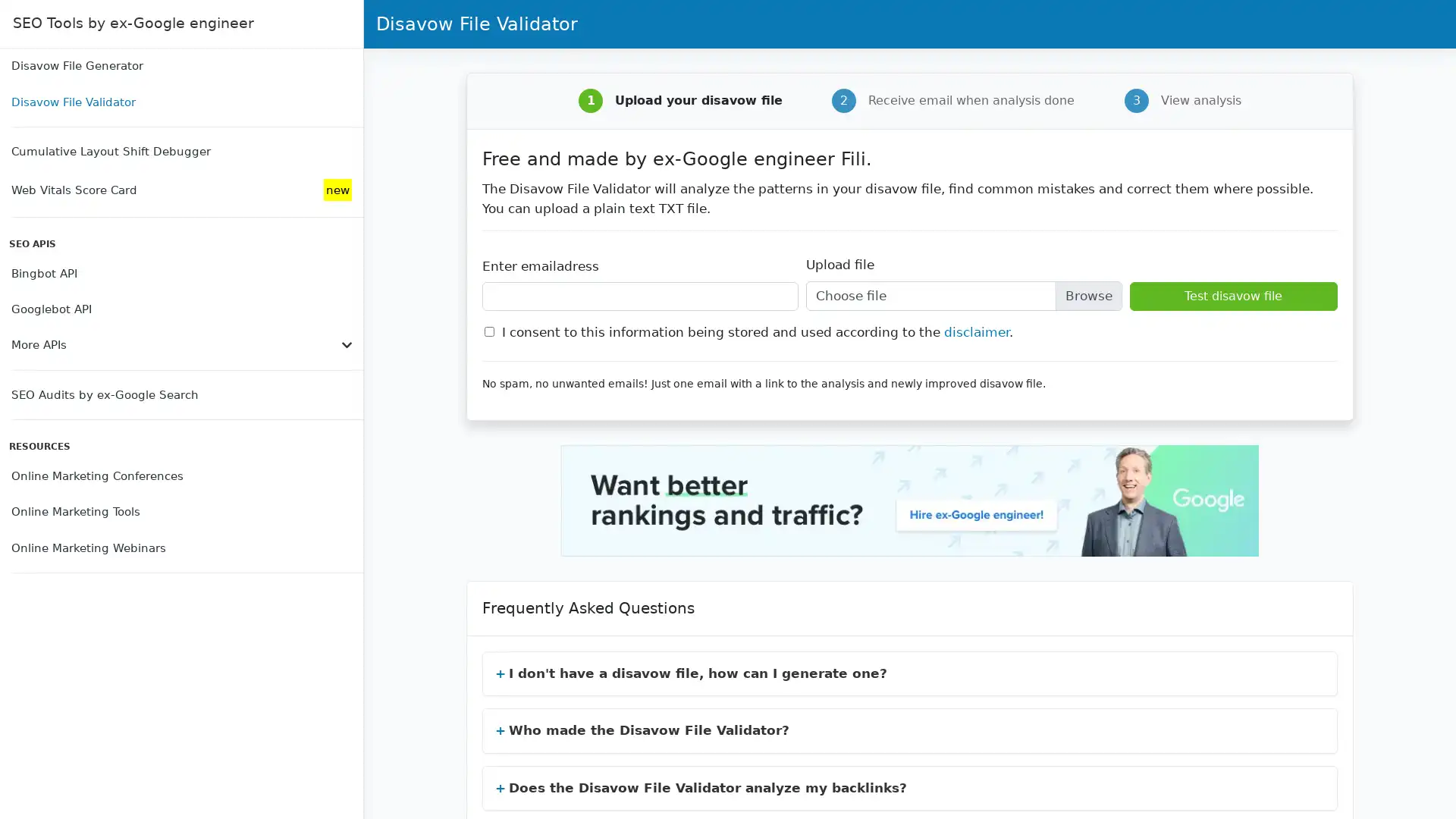 Image resolution: width=1456 pixels, height=819 pixels. What do you see at coordinates (847, 292) in the screenshot?
I see `Choose File` at bounding box center [847, 292].